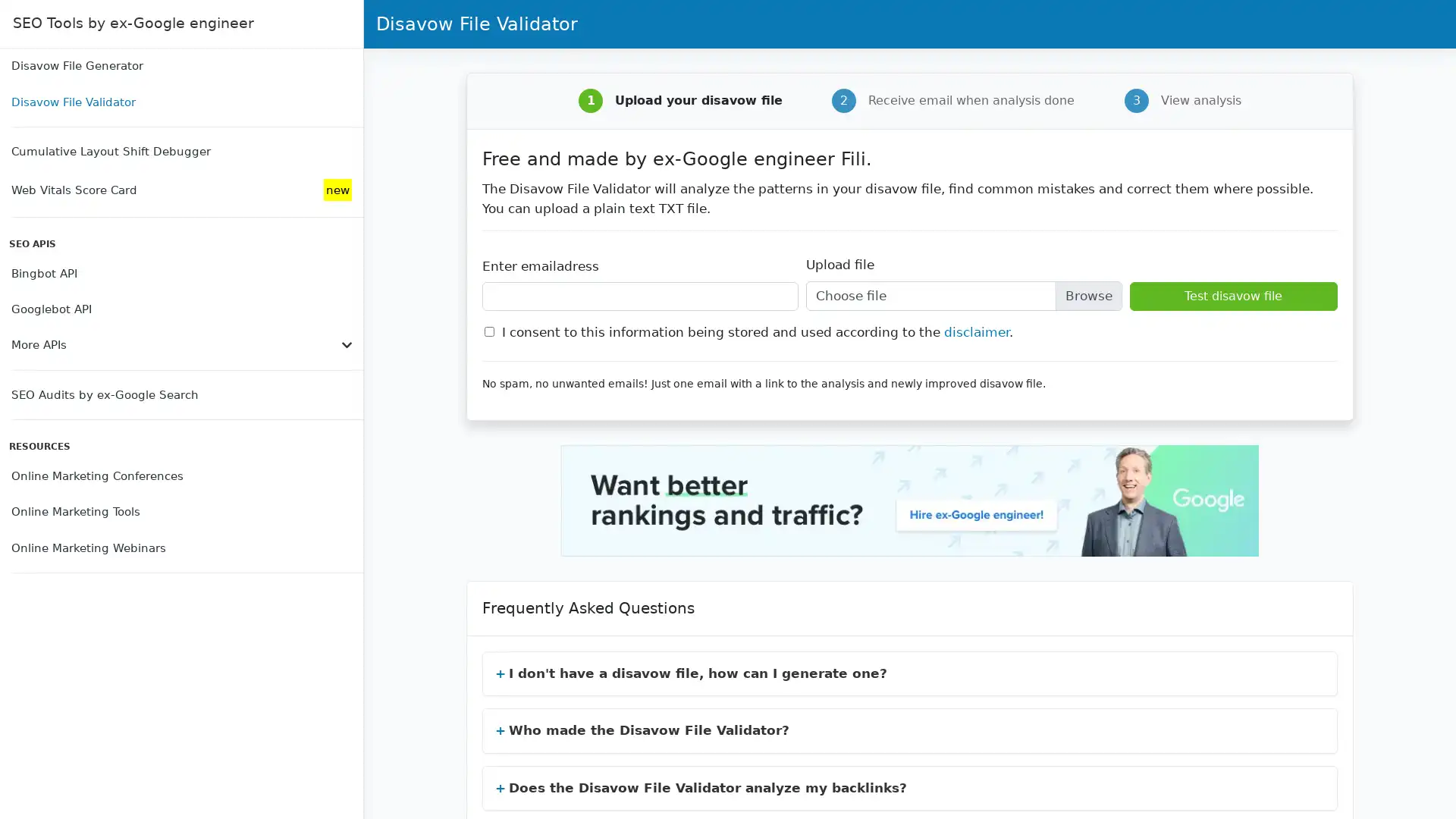 Image resolution: width=1456 pixels, height=819 pixels. What do you see at coordinates (847, 292) in the screenshot?
I see `Choose File` at bounding box center [847, 292].